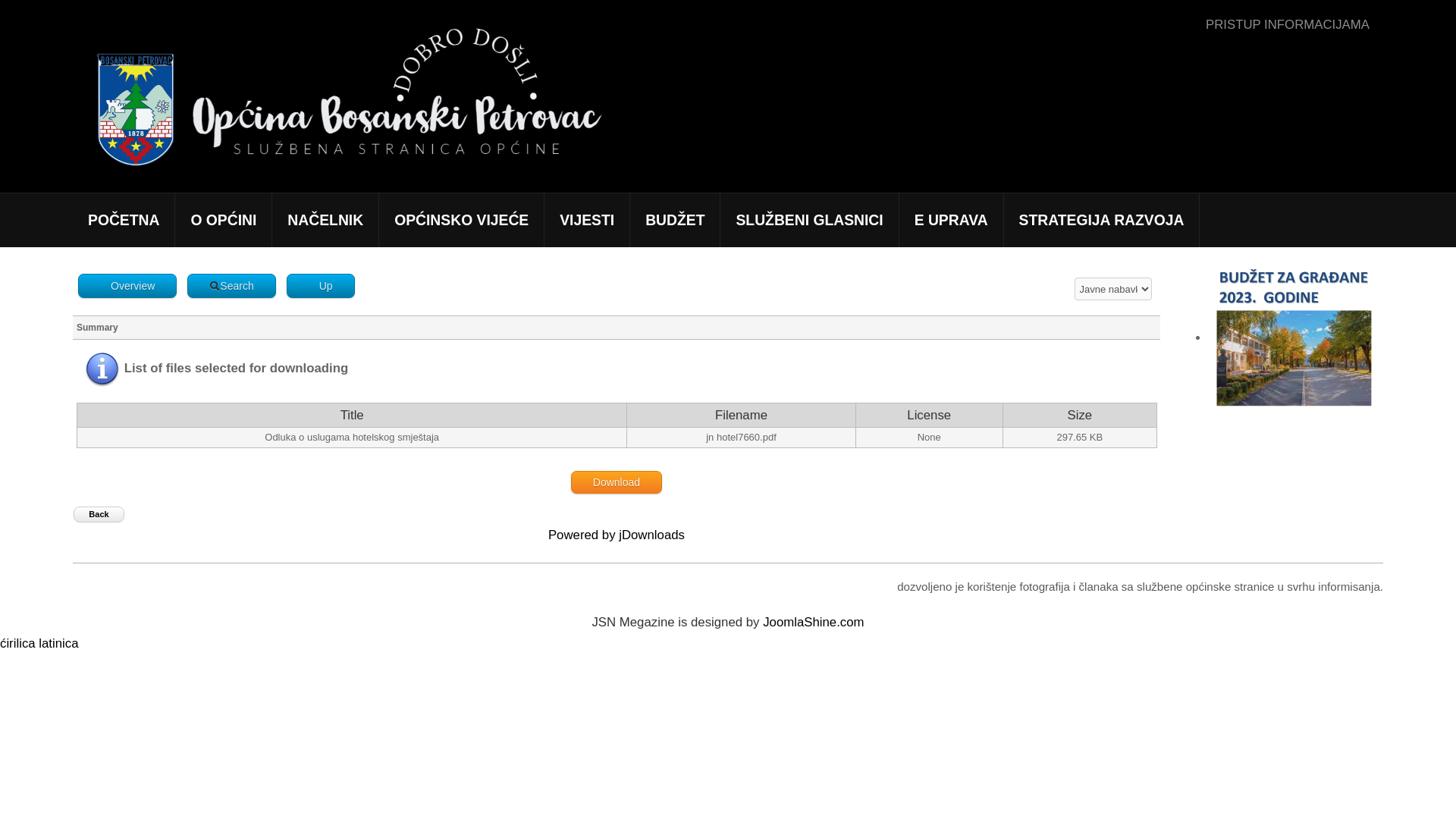  Describe the element at coordinates (616, 482) in the screenshot. I see `'Download'` at that location.